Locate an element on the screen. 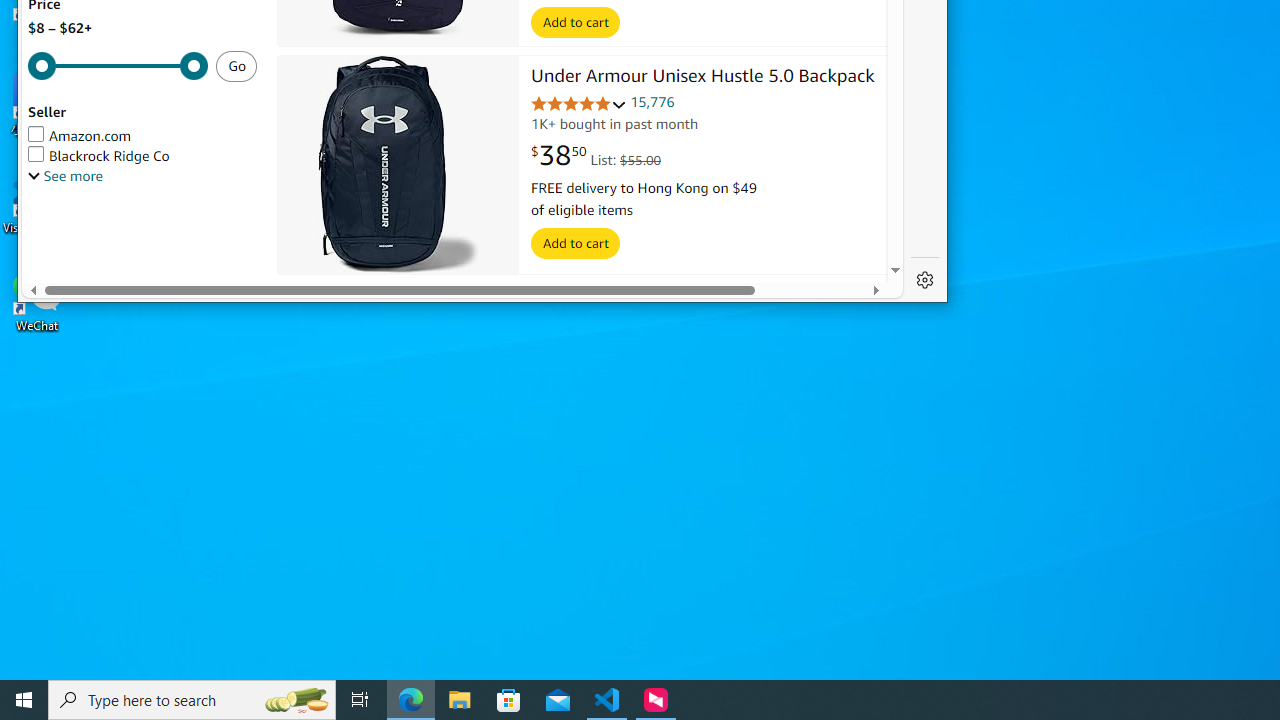  'Search highlights icon opens search home window' is located at coordinates (294, 698).